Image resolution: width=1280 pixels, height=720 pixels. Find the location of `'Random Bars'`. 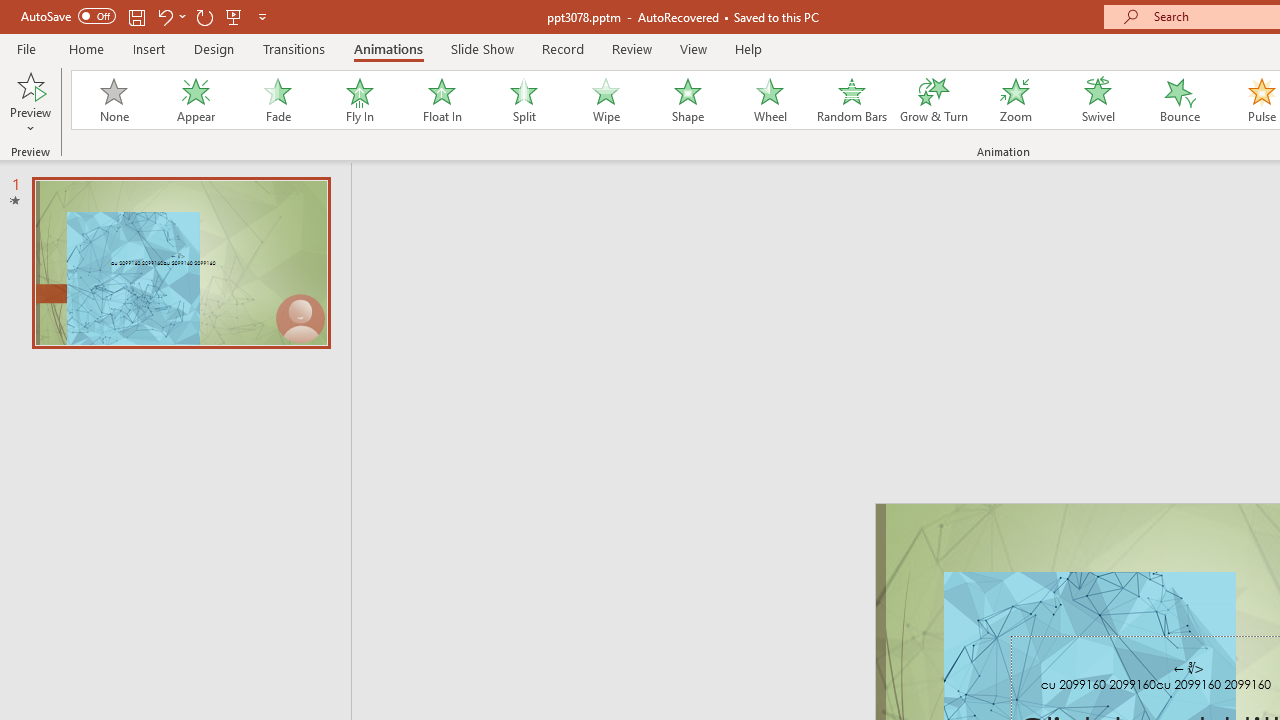

'Random Bars' is located at coordinates (852, 100).